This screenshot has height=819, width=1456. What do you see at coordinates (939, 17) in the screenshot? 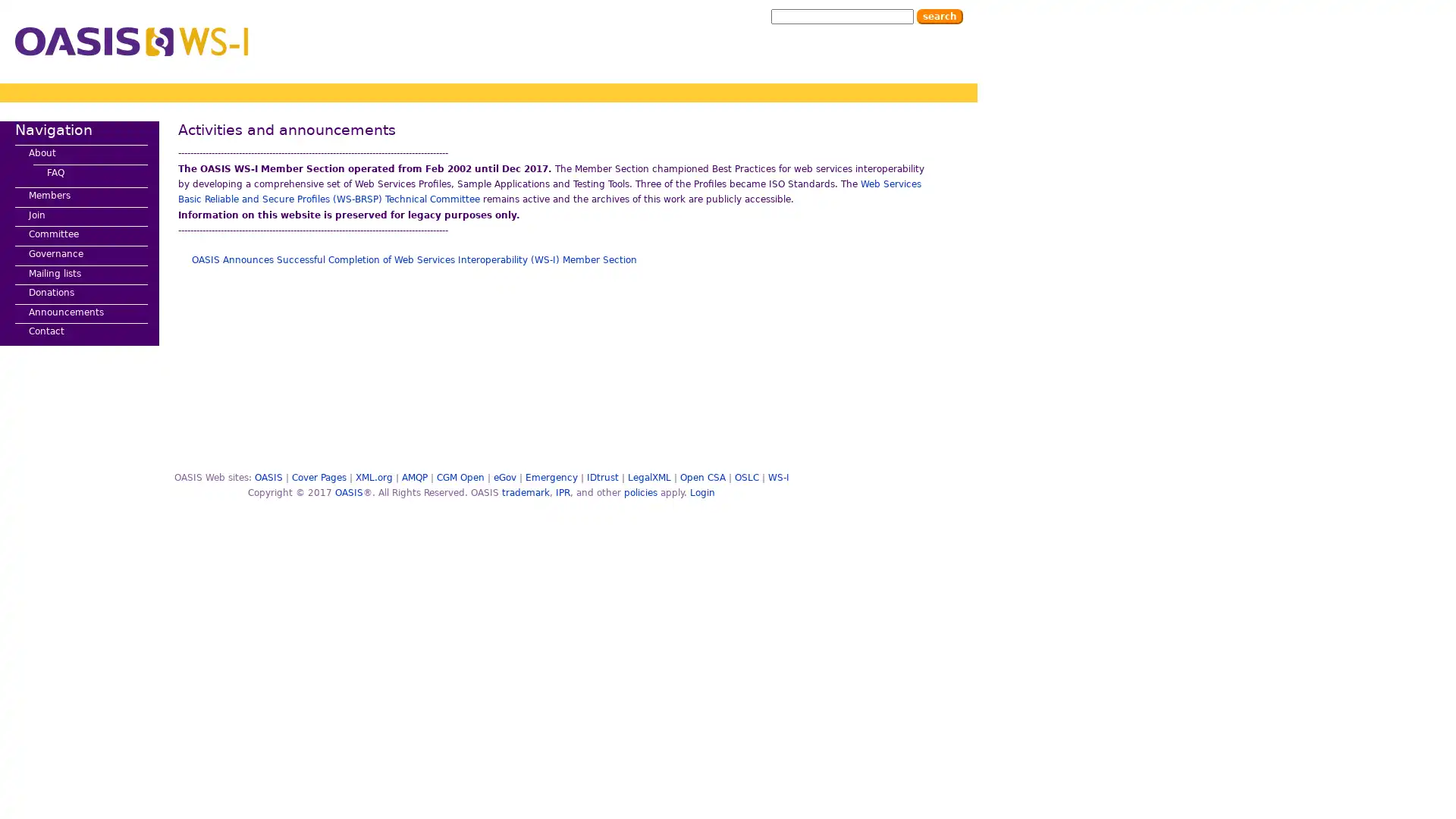
I see `Search` at bounding box center [939, 17].